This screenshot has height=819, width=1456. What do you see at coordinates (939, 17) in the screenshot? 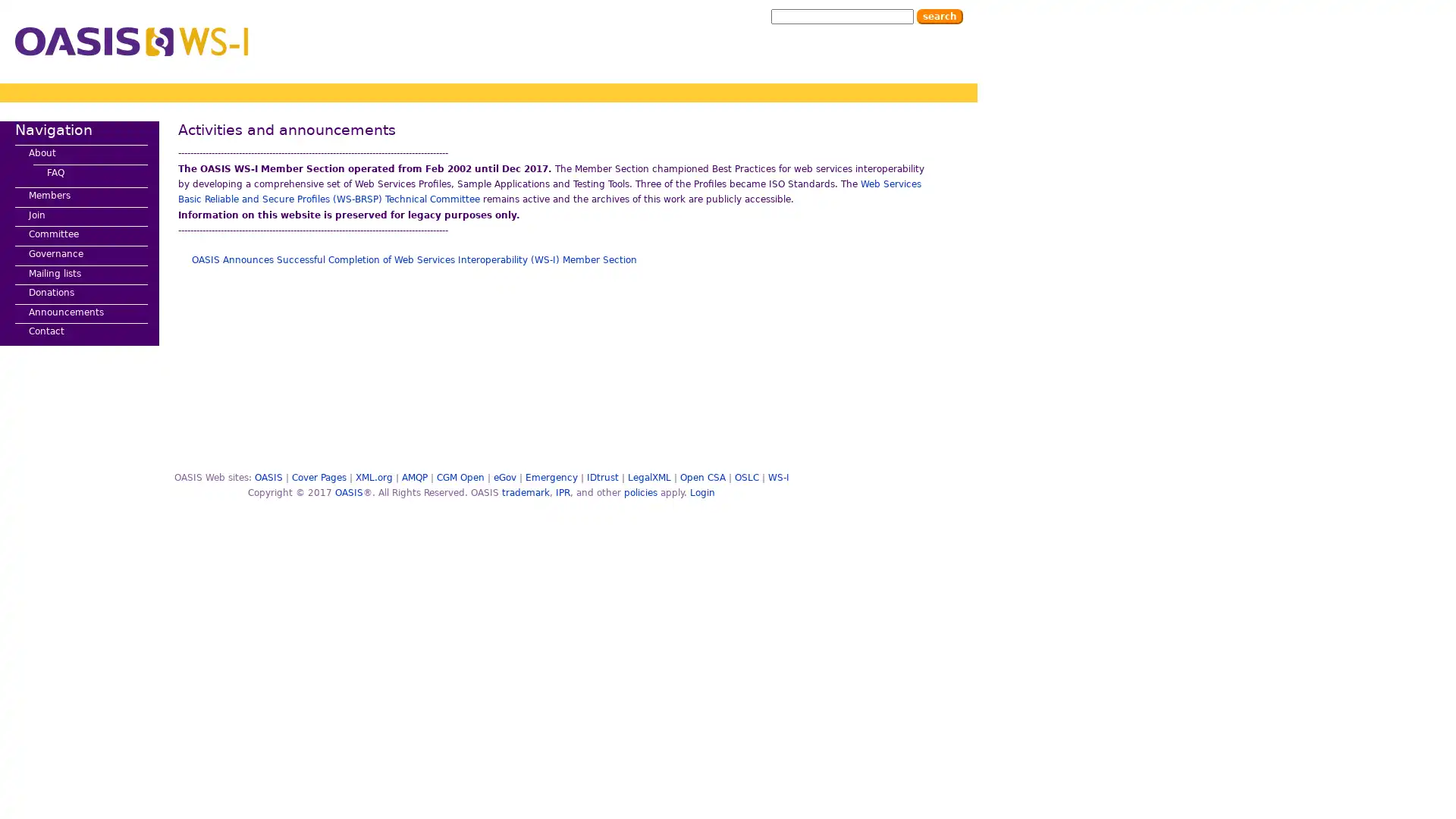
I see `Search` at bounding box center [939, 17].